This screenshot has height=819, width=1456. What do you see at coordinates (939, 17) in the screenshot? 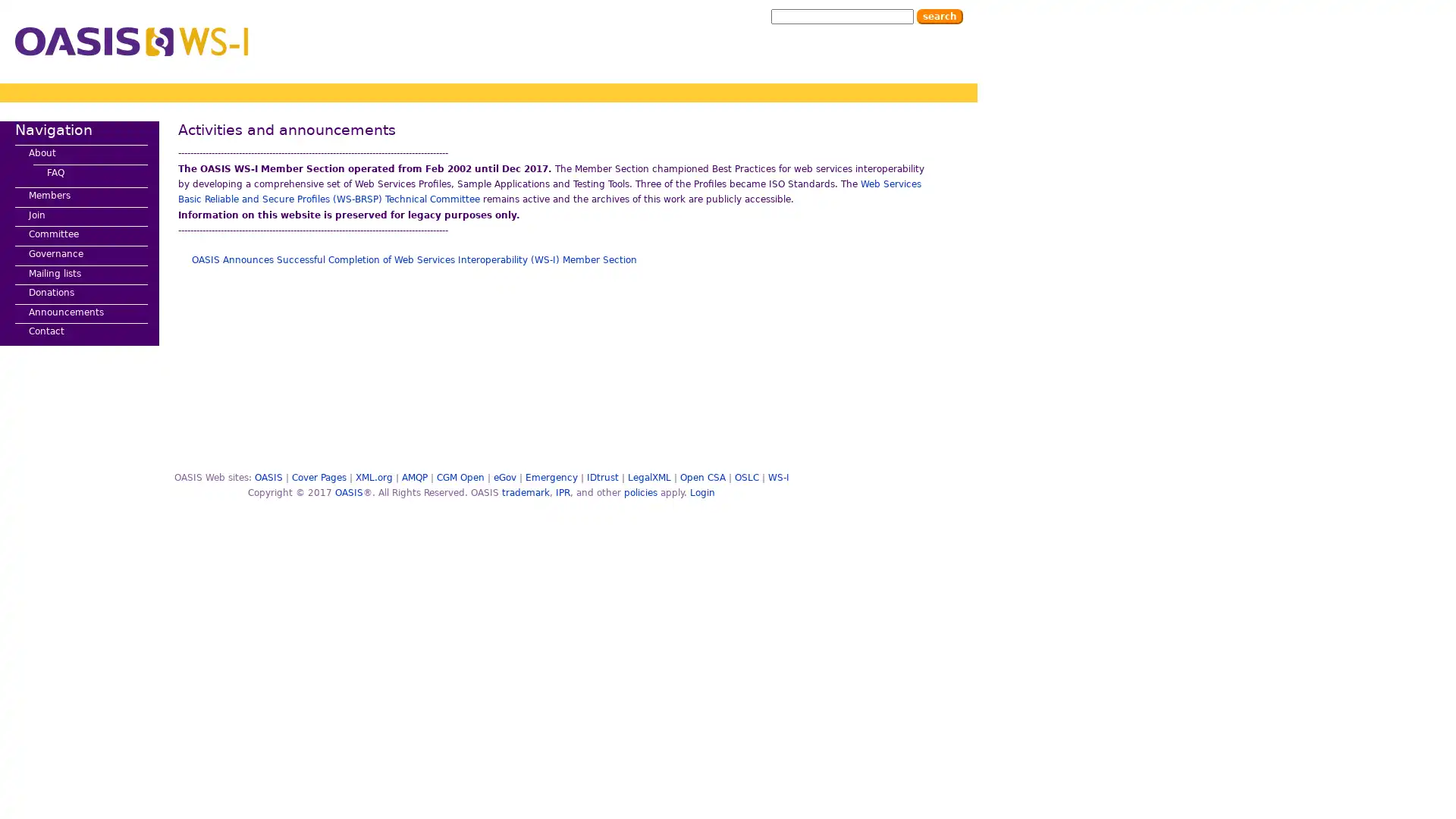
I see `Search` at bounding box center [939, 17].